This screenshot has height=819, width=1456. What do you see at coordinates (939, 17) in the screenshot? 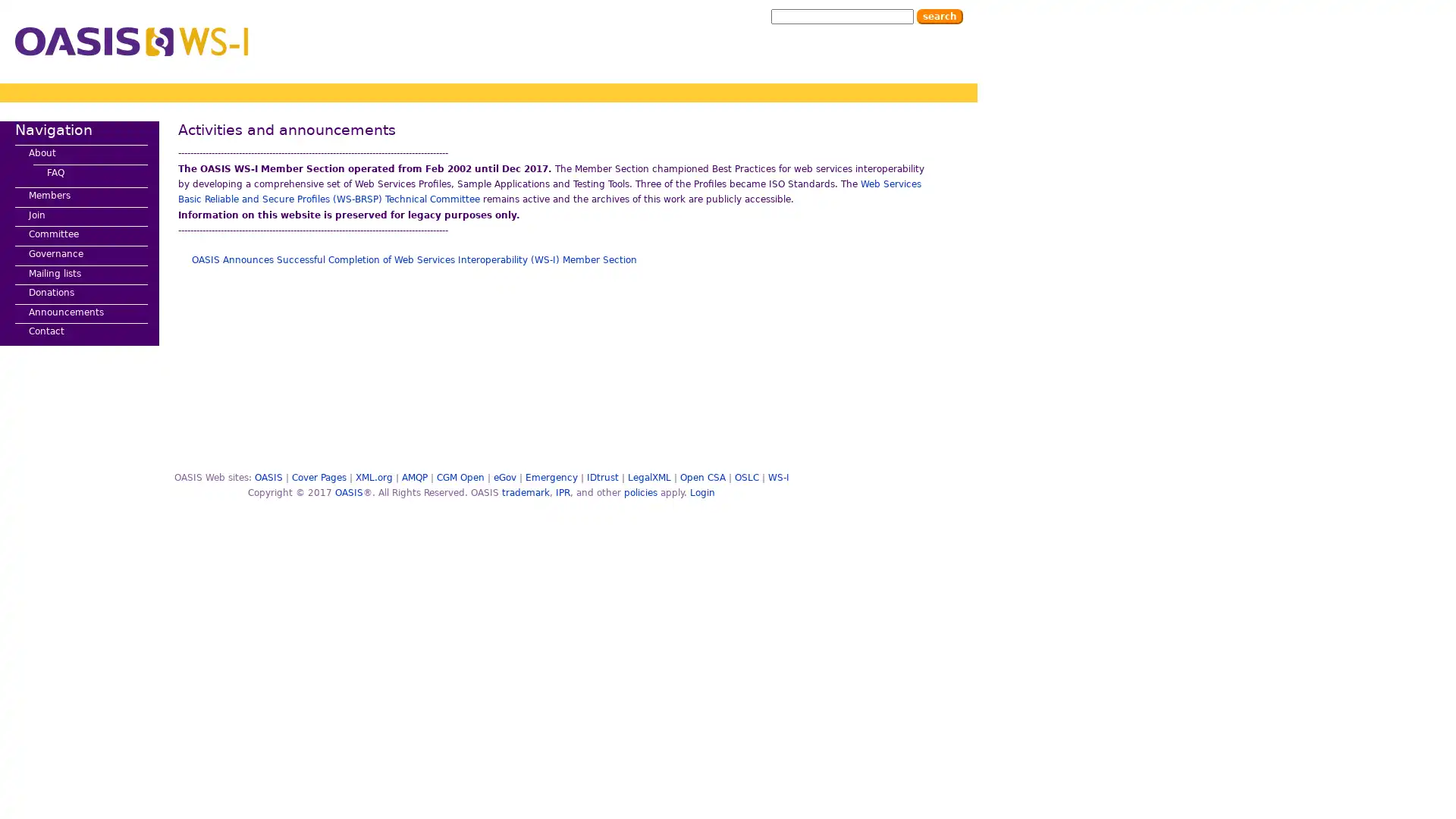
I see `Search` at bounding box center [939, 17].